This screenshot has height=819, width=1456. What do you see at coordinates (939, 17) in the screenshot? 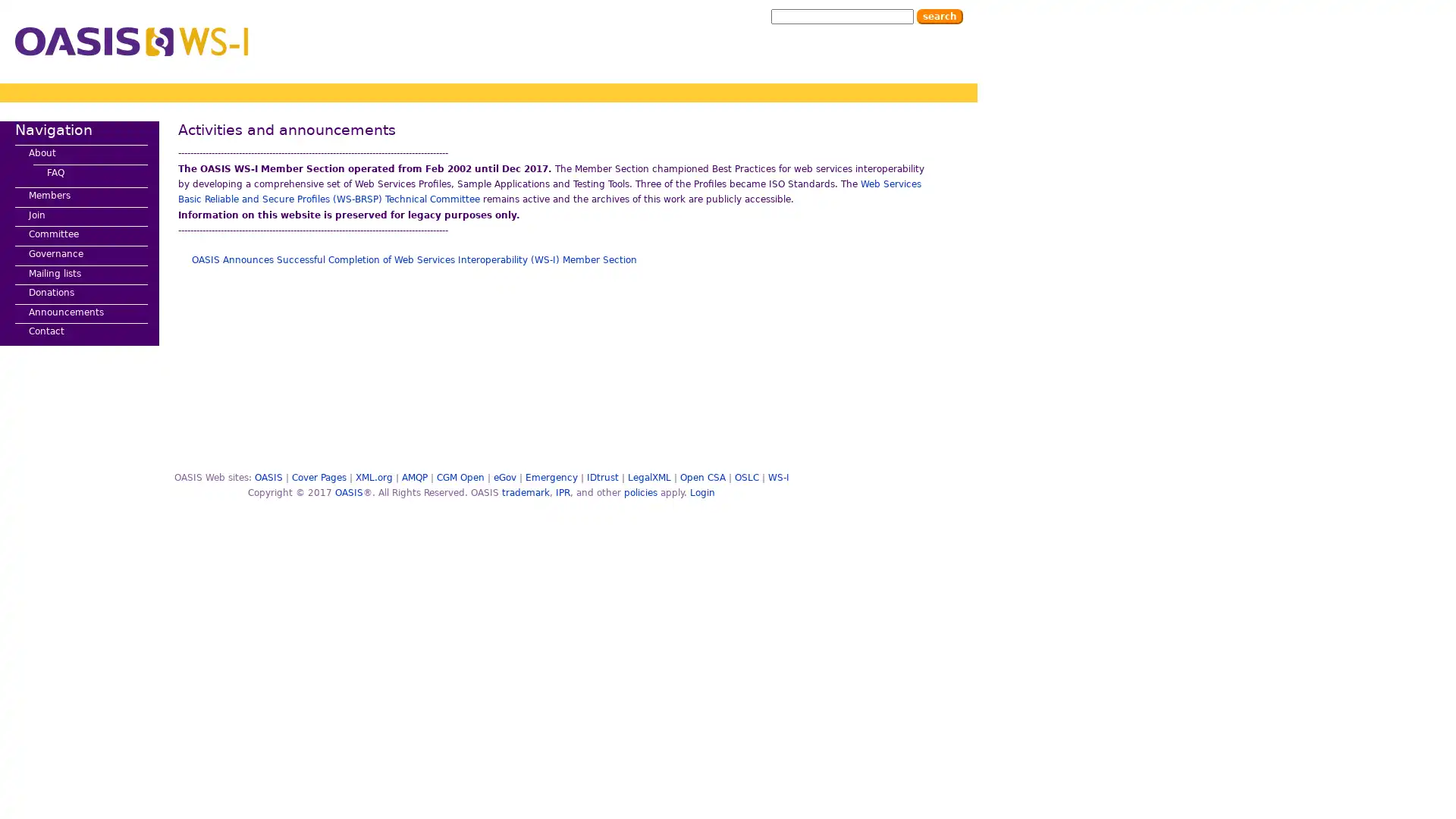
I see `Search` at bounding box center [939, 17].